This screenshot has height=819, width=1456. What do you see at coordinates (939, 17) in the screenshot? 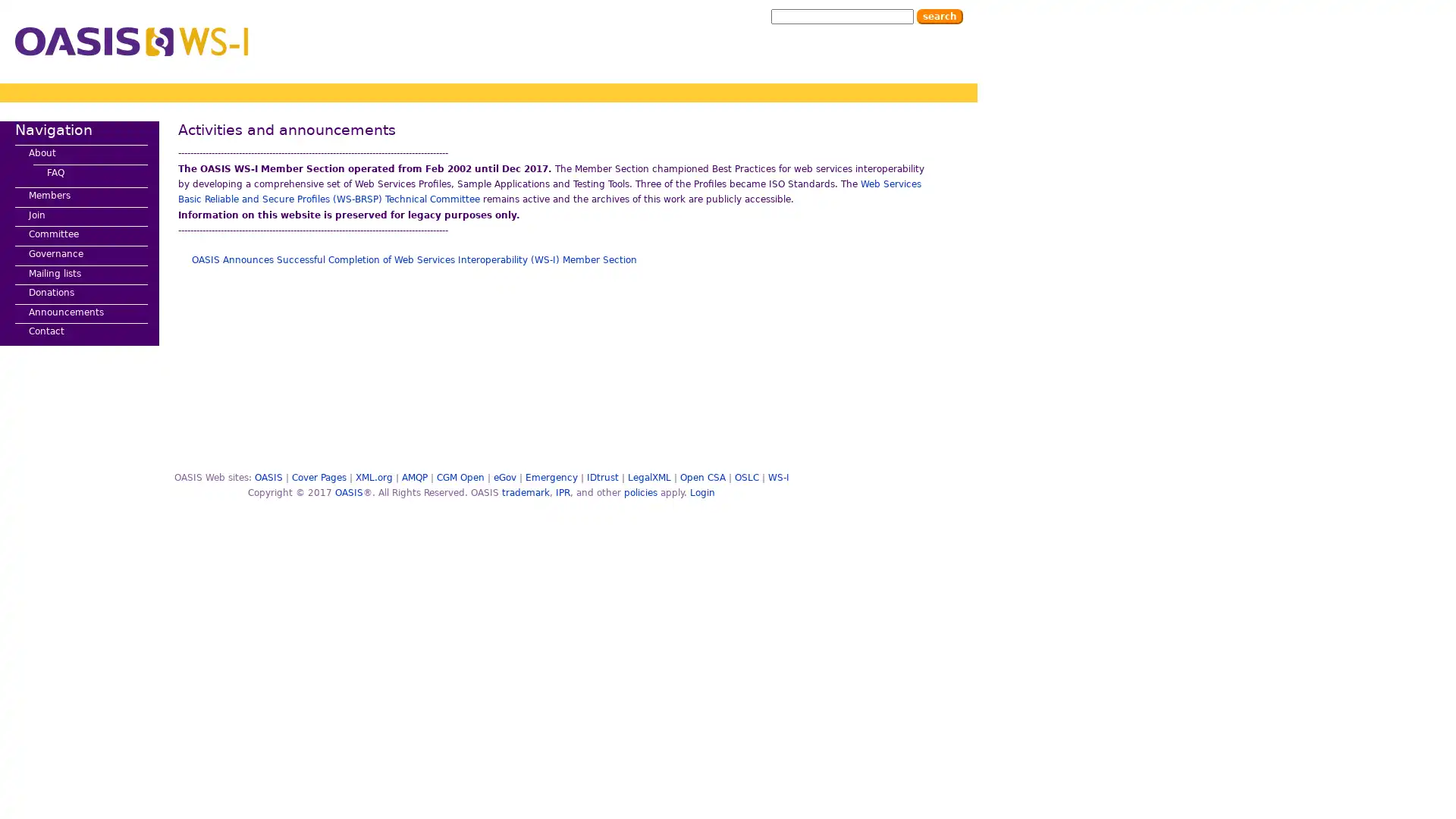
I see `Search` at bounding box center [939, 17].